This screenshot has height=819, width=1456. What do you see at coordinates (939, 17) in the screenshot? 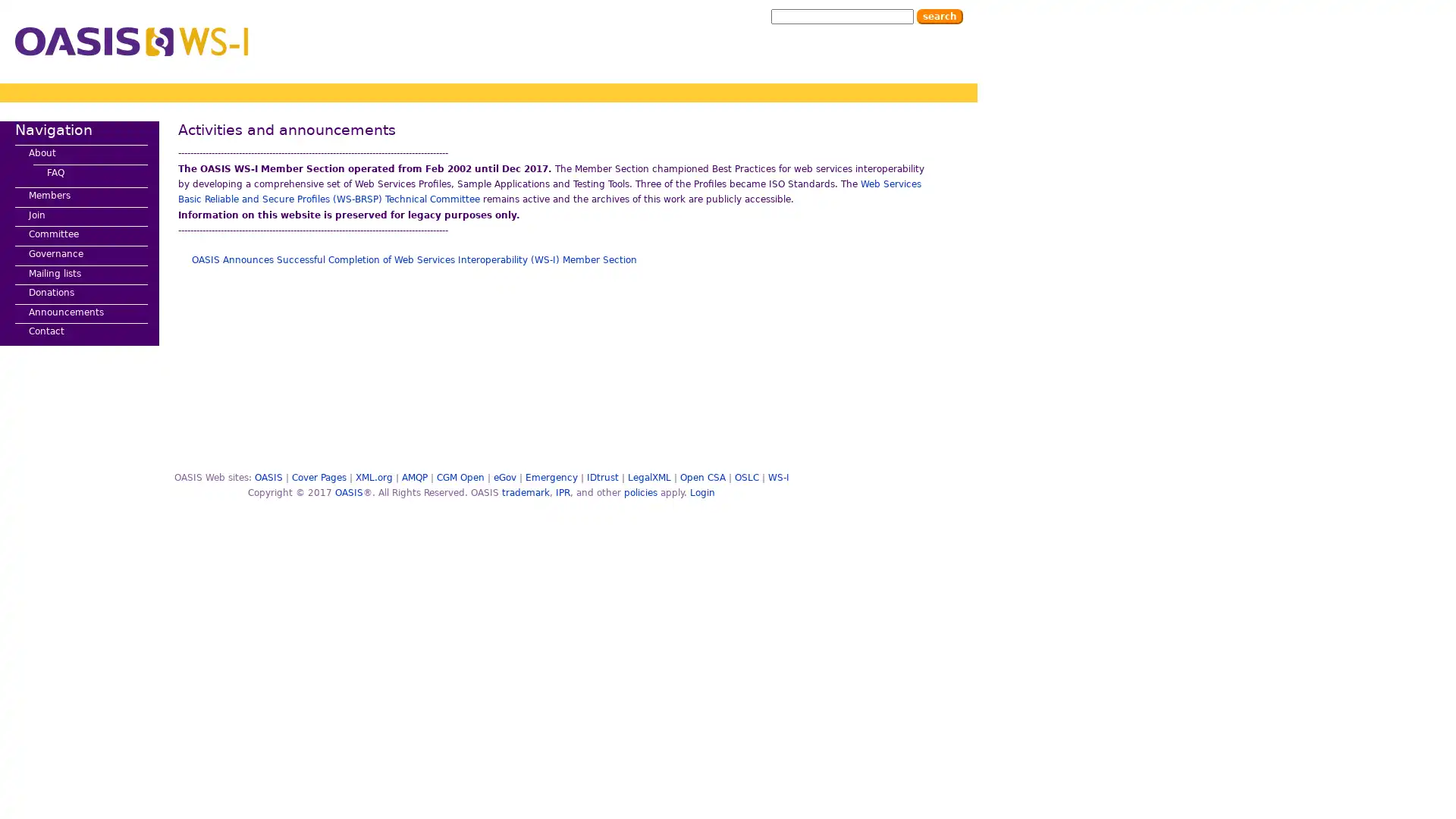
I see `Search` at bounding box center [939, 17].